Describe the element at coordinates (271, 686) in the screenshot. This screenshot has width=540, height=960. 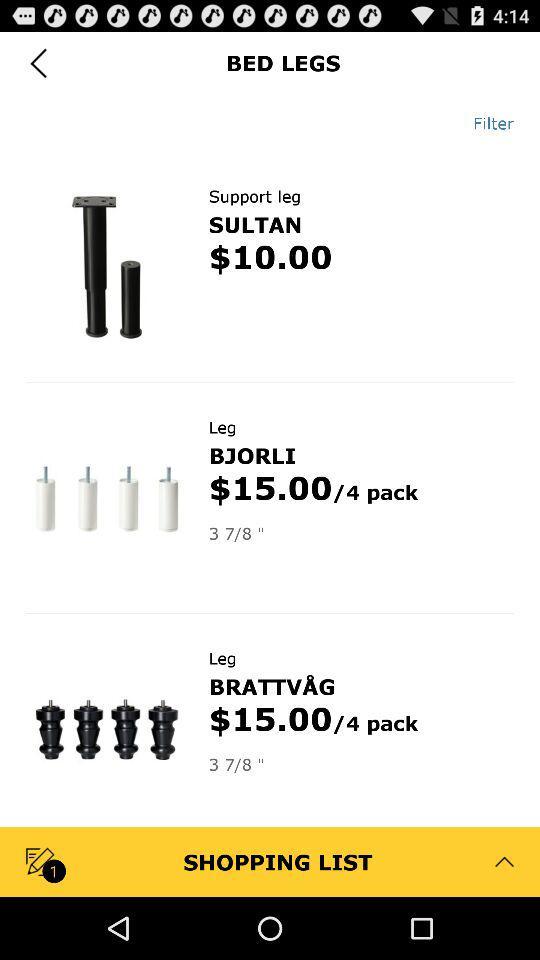
I see `icon below the leg app` at that location.